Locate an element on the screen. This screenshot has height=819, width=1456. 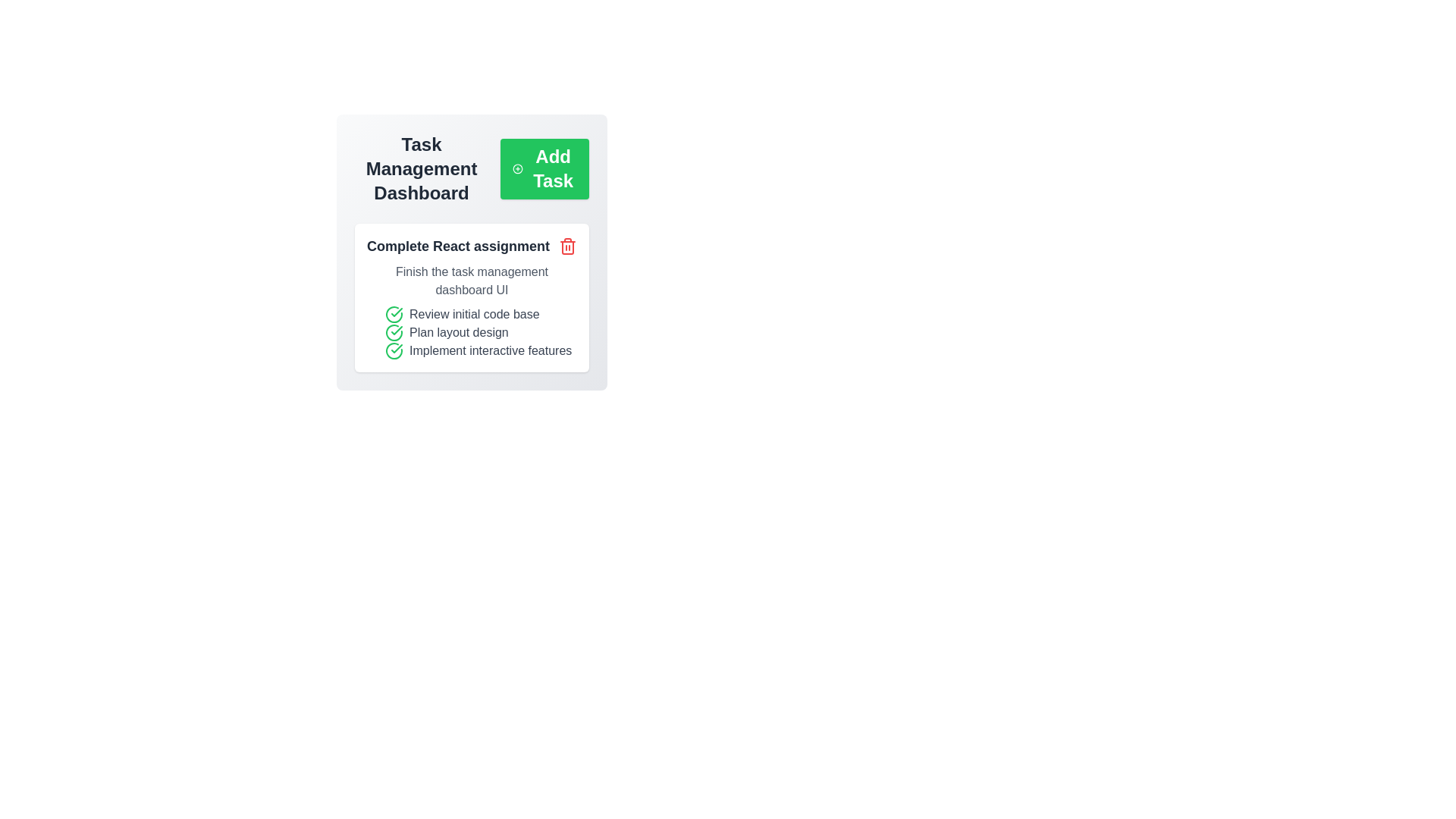
the first task item in the to-do list that displays 'Review initial code base' and has a green check mark for more details is located at coordinates (480, 314).